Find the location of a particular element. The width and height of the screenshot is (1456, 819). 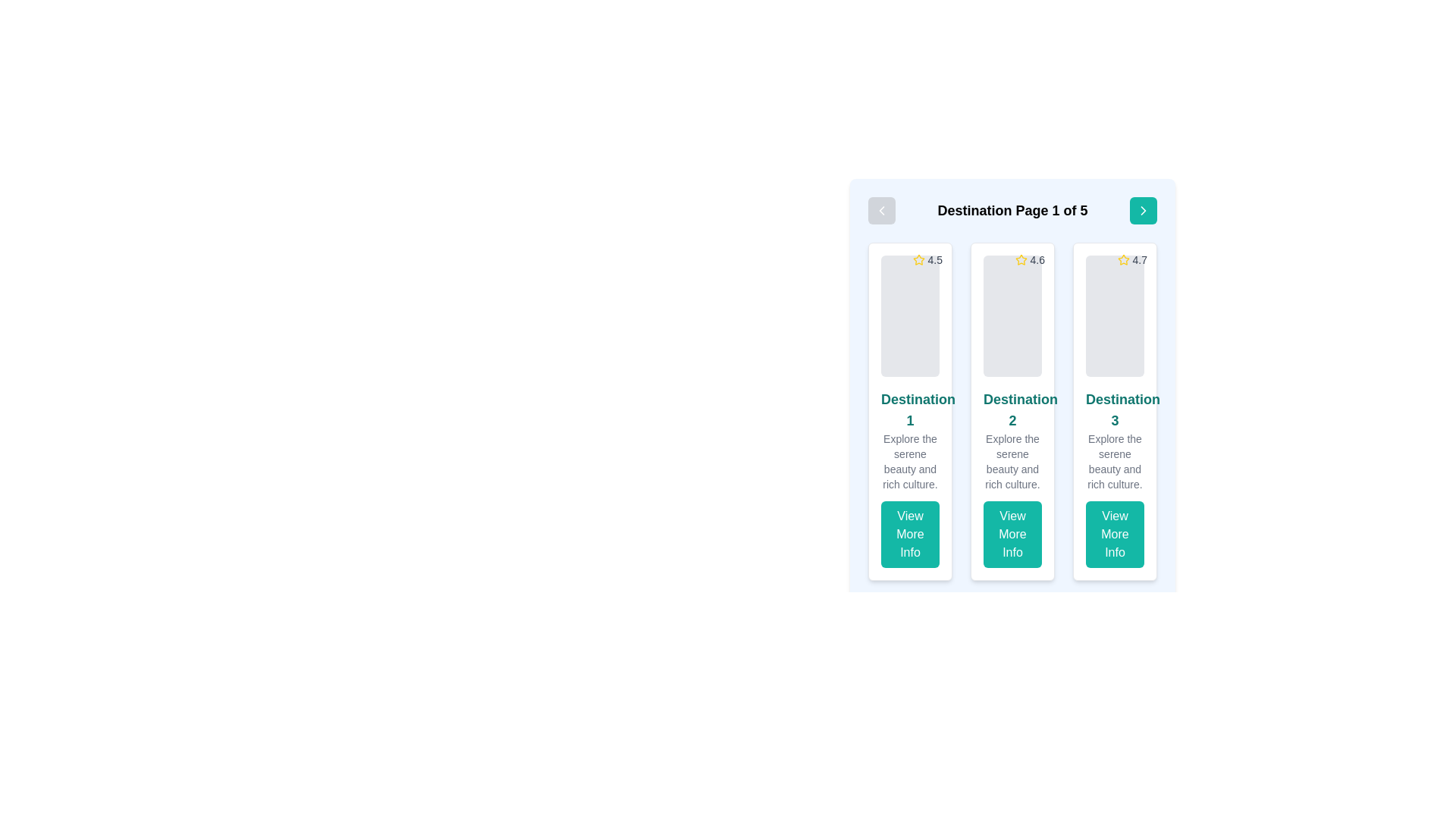

the star icon representing the user rating on the third card in the horizontal list, located near the top-right corner of the card is located at coordinates (1123, 259).